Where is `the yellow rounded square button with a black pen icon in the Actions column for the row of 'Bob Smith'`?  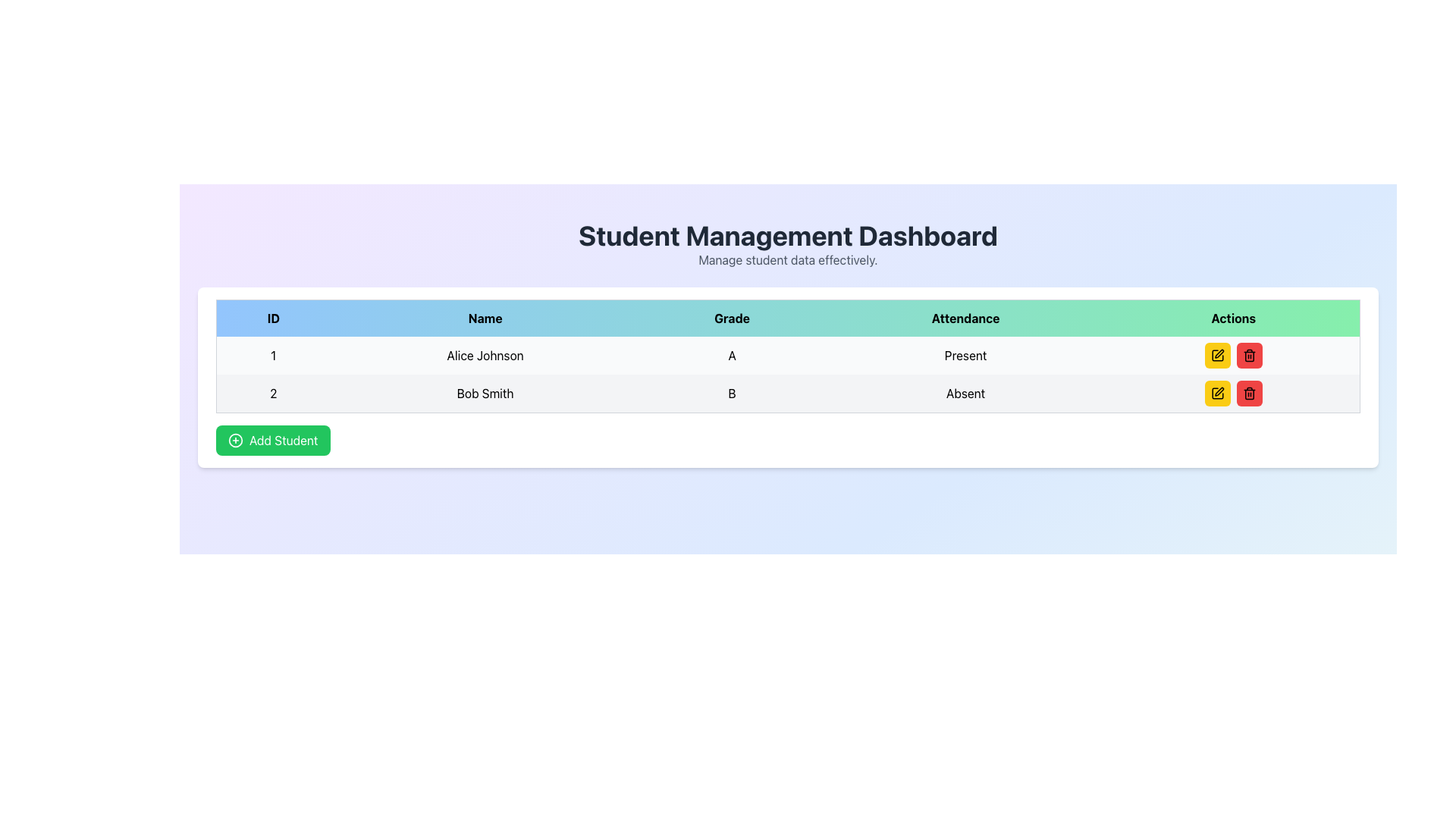 the yellow rounded square button with a black pen icon in the Actions column for the row of 'Bob Smith' is located at coordinates (1217, 393).